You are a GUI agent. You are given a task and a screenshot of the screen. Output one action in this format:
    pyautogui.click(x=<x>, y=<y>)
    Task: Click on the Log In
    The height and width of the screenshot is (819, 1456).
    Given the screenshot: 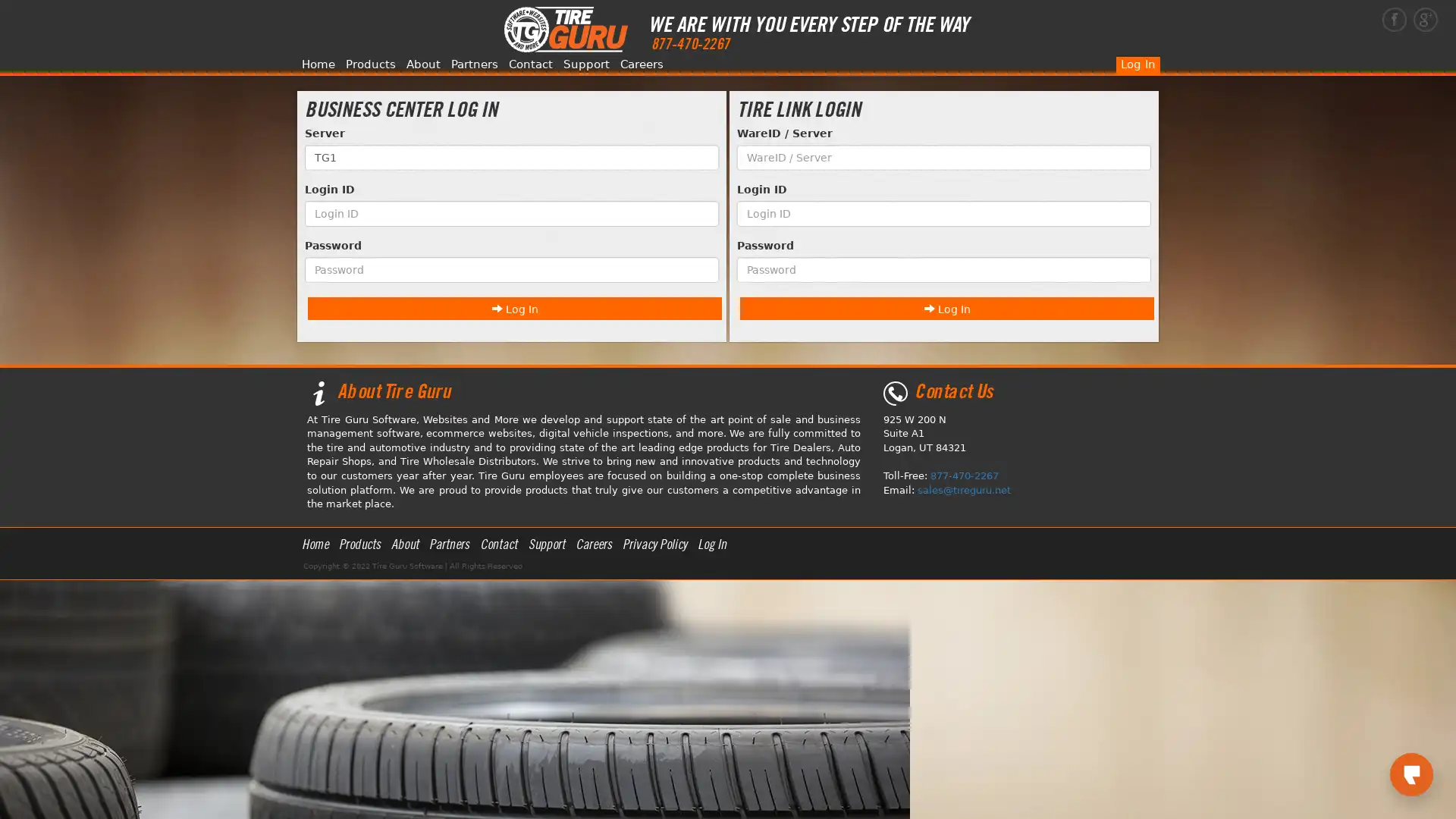 What is the action you would take?
    pyautogui.click(x=946, y=307)
    